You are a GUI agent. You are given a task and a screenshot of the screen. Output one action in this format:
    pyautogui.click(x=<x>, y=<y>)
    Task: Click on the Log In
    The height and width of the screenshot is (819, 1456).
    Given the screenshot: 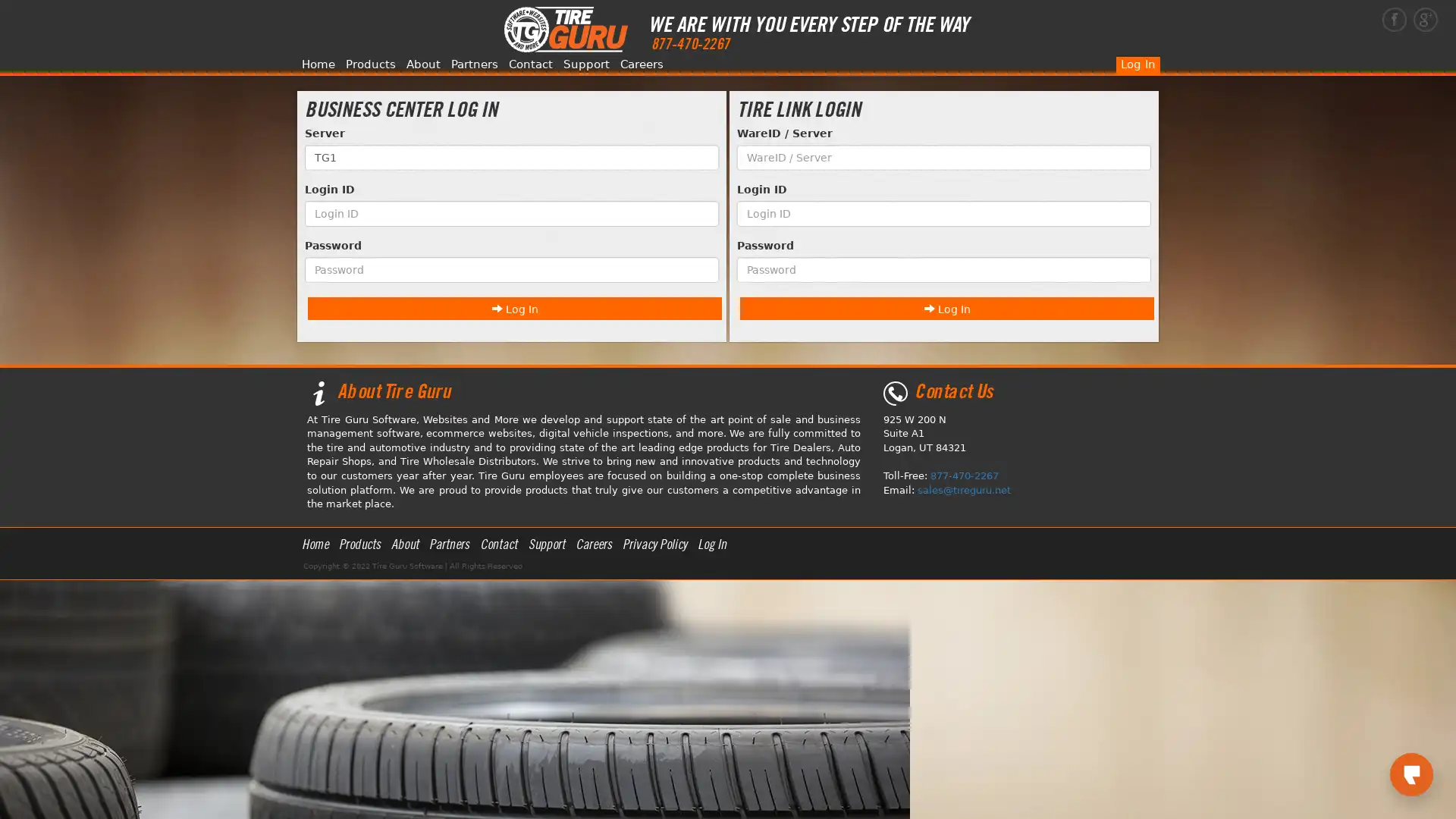 What is the action you would take?
    pyautogui.click(x=946, y=307)
    